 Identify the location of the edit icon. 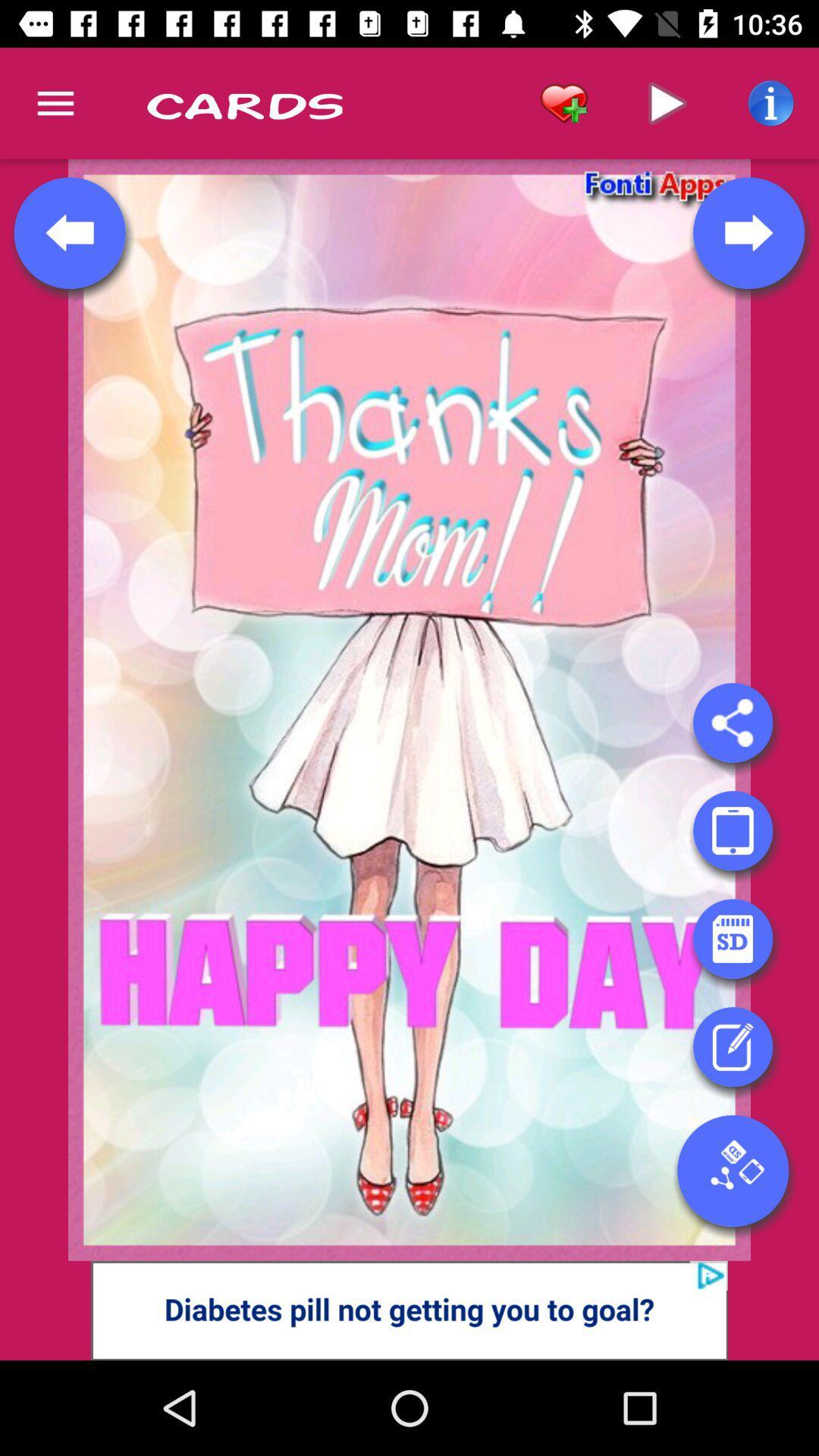
(732, 1046).